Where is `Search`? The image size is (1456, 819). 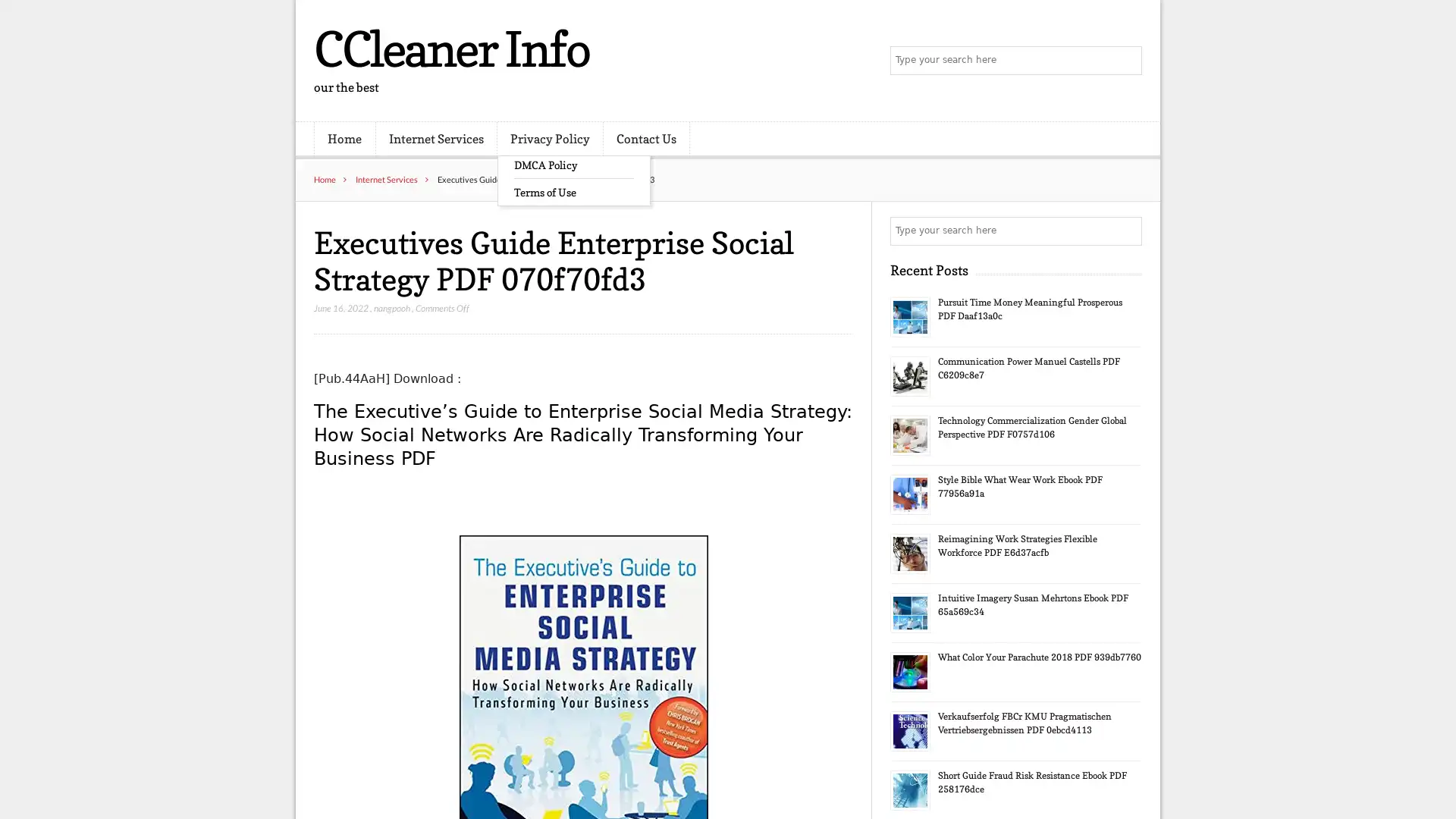
Search is located at coordinates (1126, 231).